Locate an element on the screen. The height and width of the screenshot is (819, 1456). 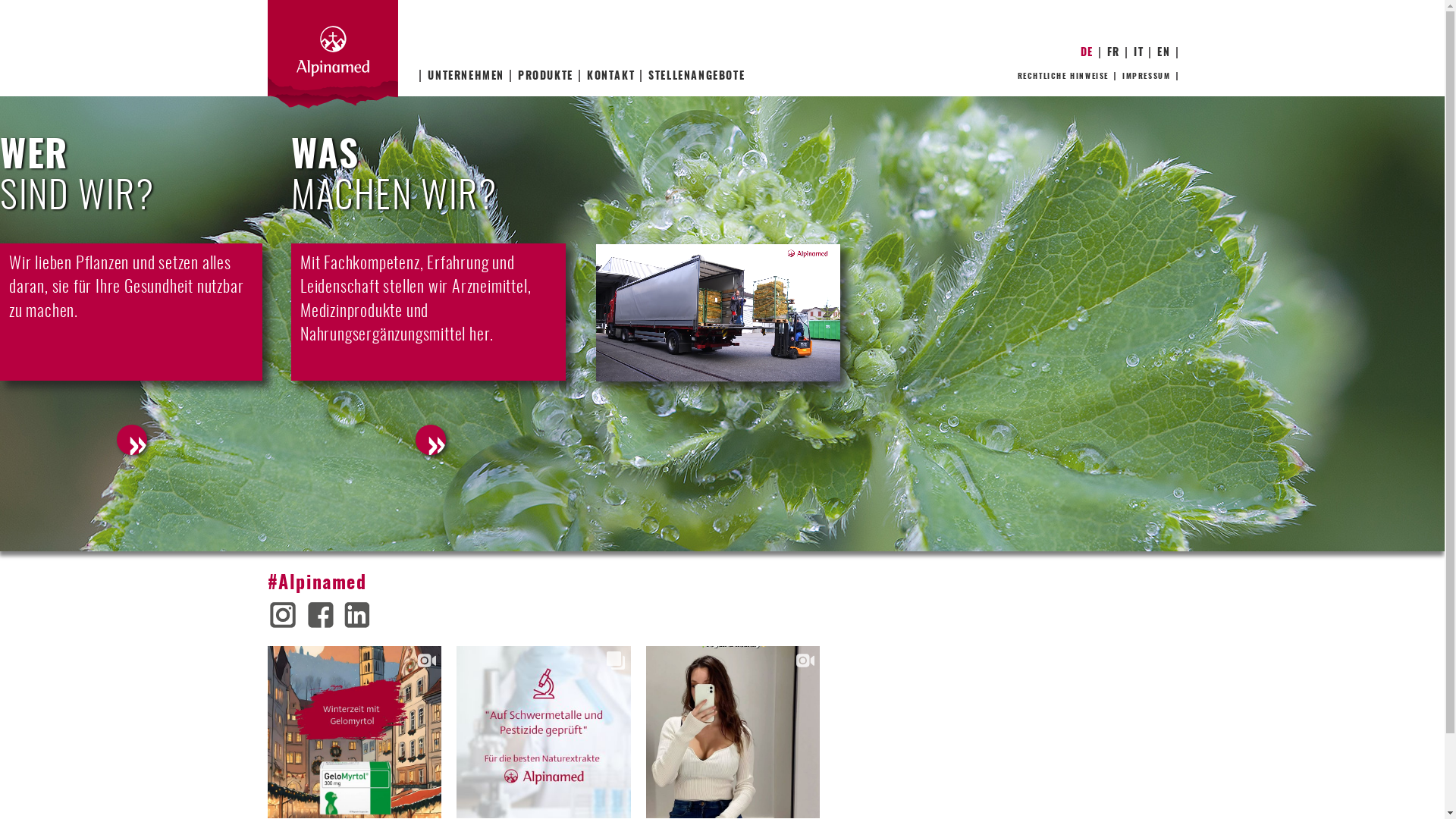
'RECHTLICHE HINWEISE' is located at coordinates (1062, 76).